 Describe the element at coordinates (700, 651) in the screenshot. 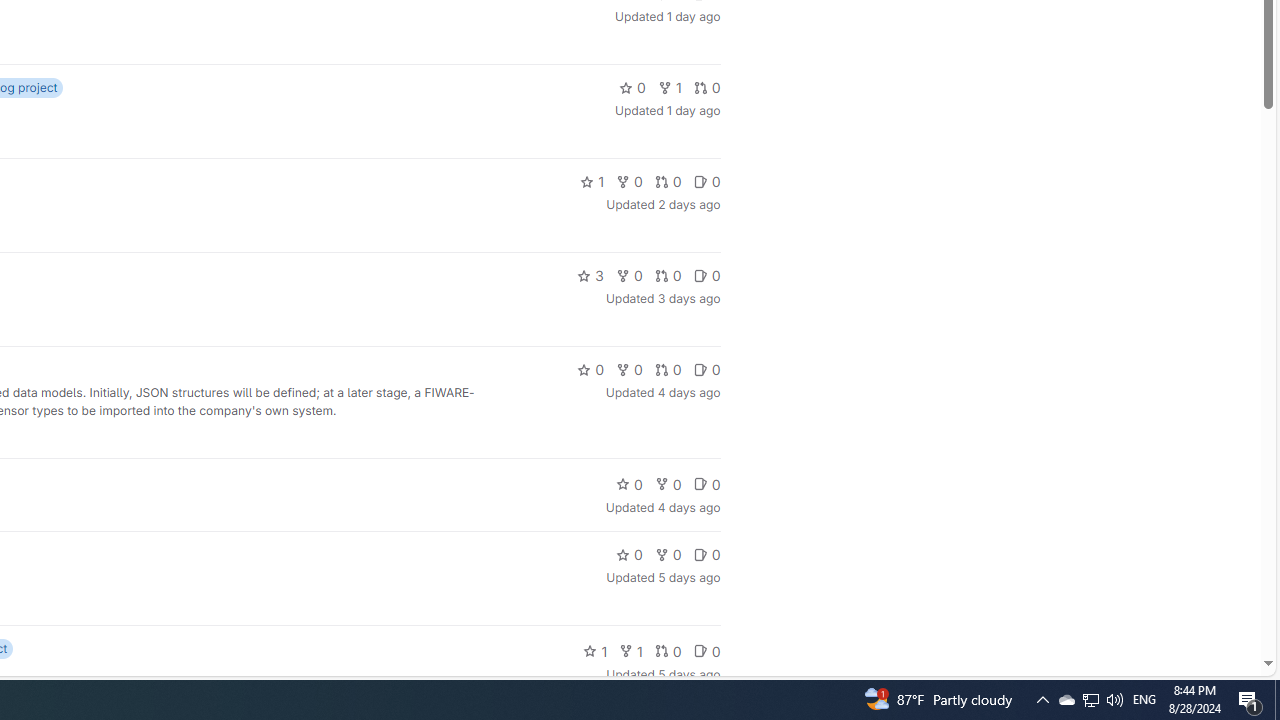

I see `'Class: s14 gl-mr-2'` at that location.